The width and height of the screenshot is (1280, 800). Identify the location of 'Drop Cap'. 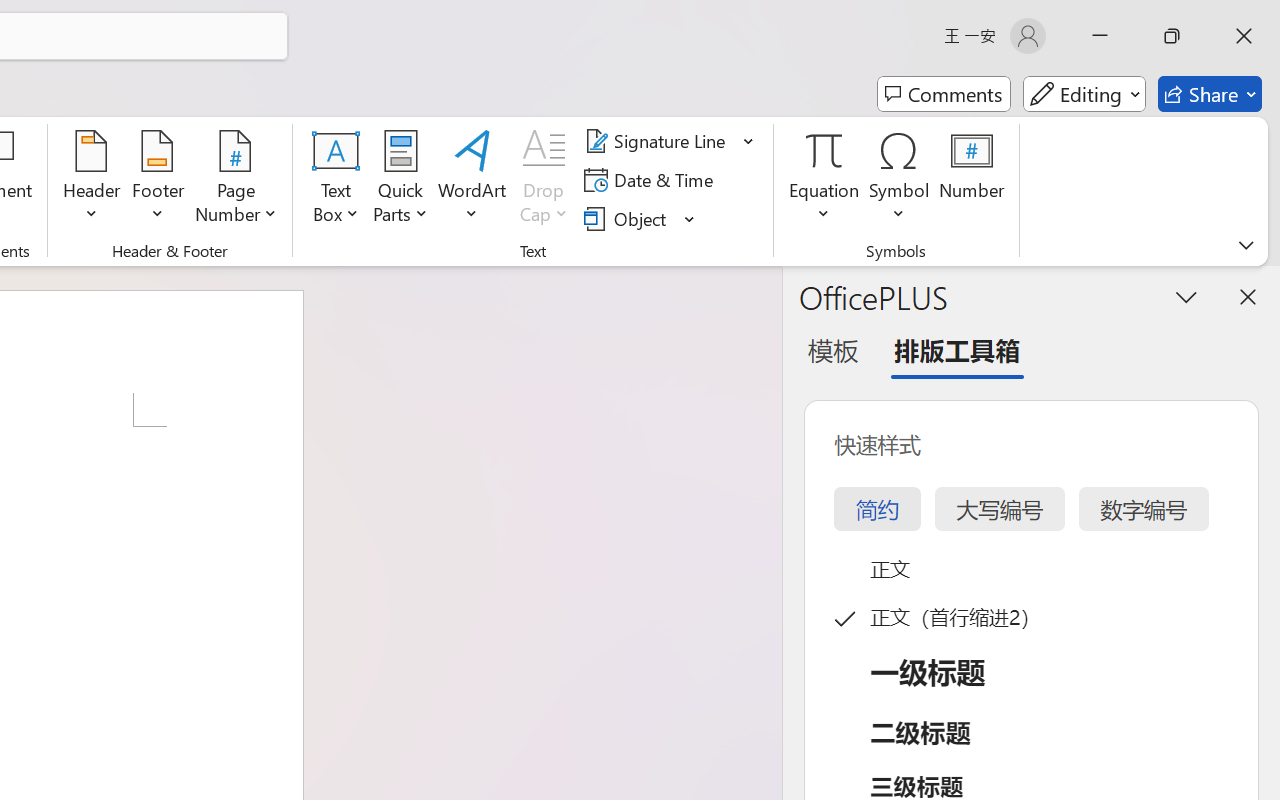
(544, 179).